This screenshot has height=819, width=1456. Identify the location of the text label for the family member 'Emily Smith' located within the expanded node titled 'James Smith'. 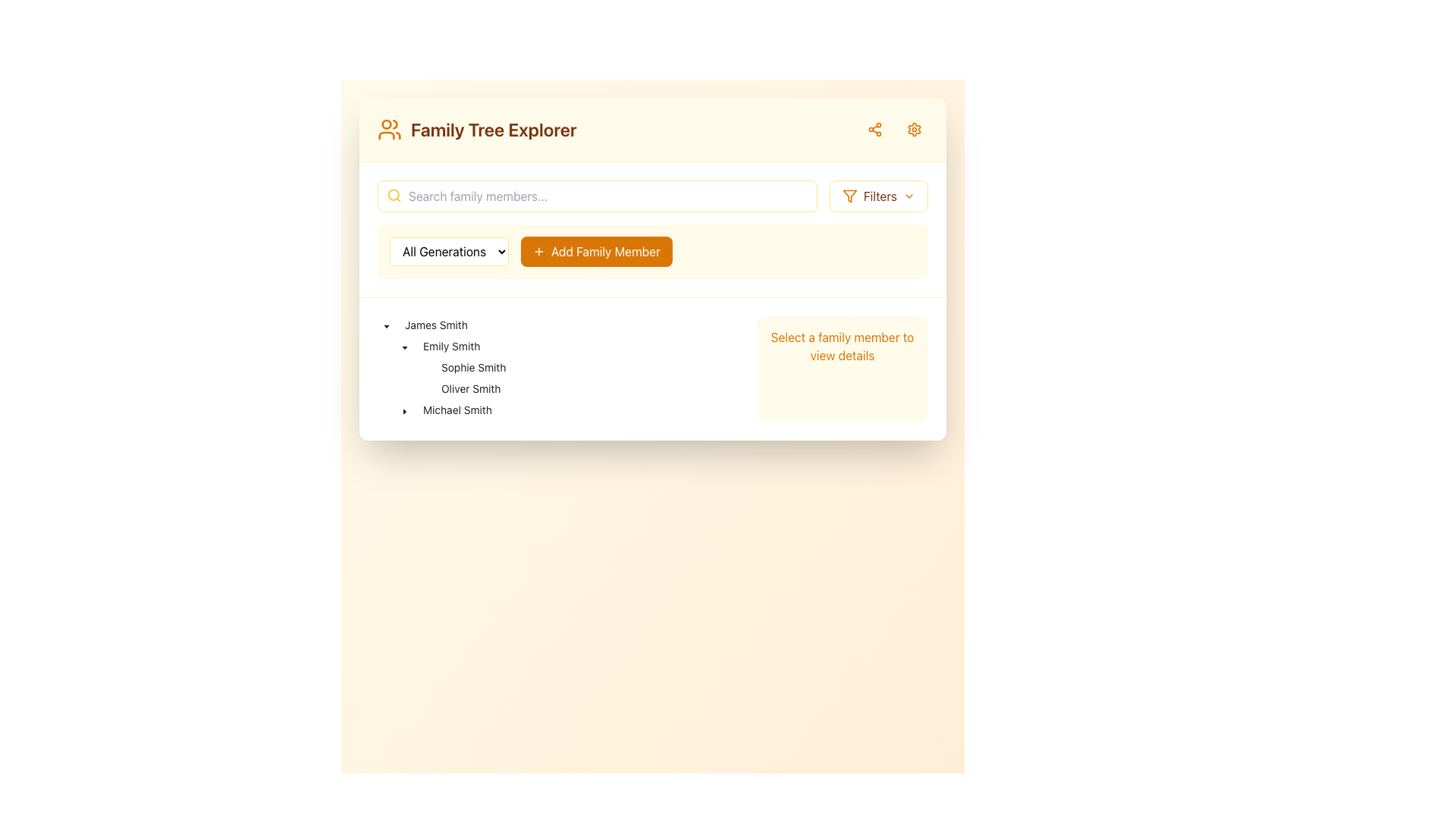
(450, 346).